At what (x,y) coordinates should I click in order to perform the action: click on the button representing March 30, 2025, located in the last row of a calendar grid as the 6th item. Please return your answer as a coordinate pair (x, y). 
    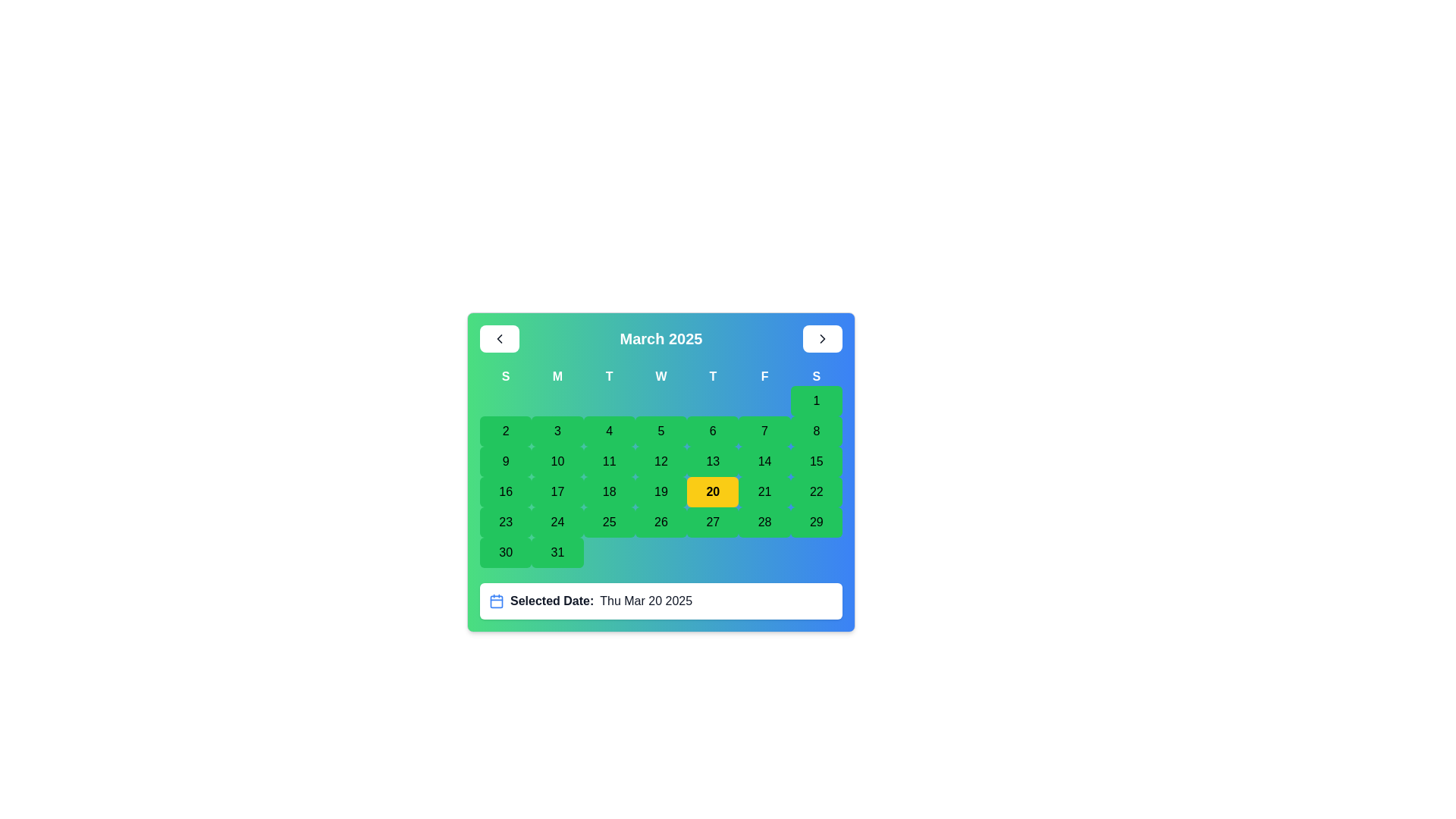
    Looking at the image, I should click on (506, 553).